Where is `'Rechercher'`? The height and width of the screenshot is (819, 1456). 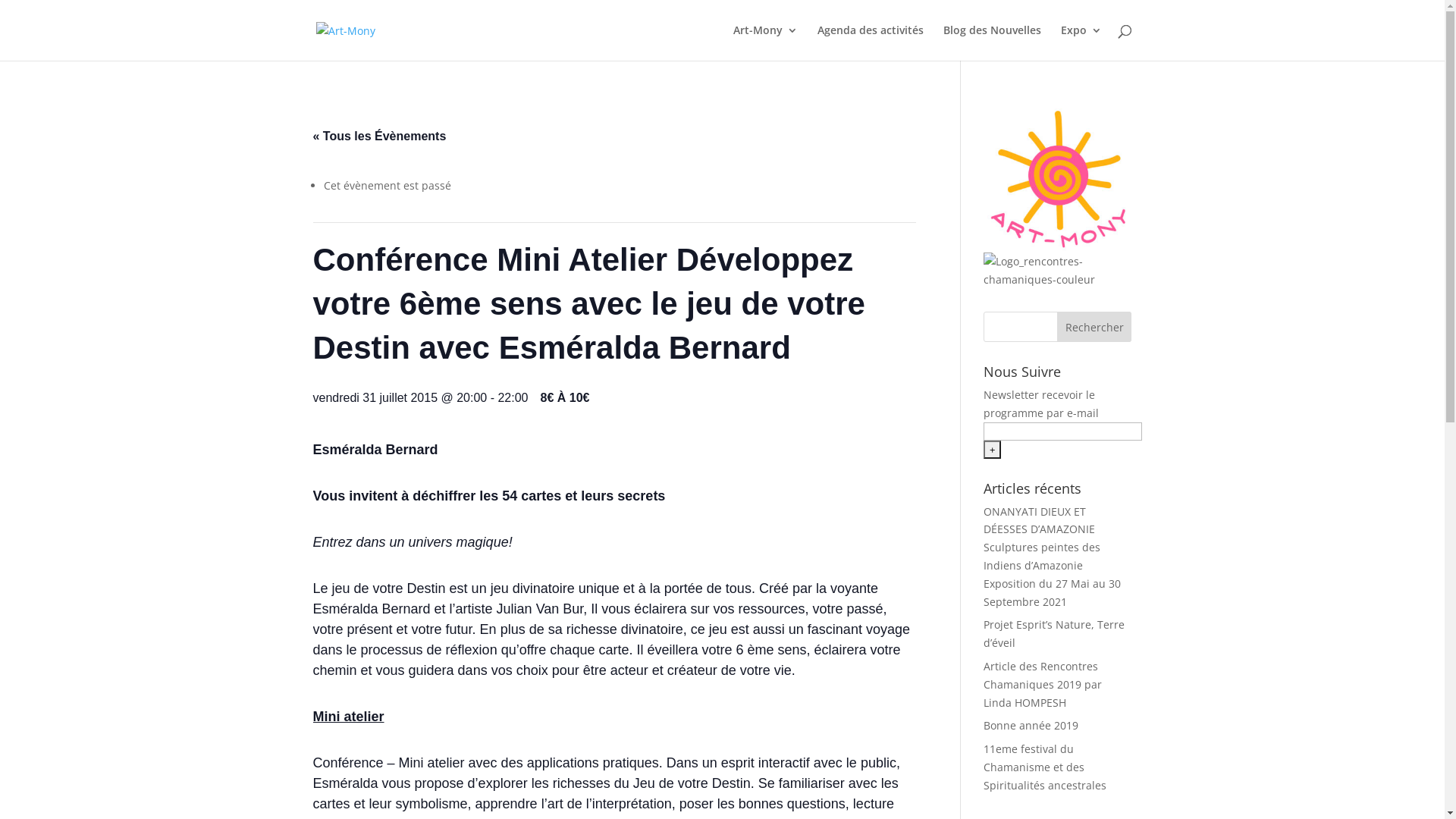 'Rechercher' is located at coordinates (1056, 326).